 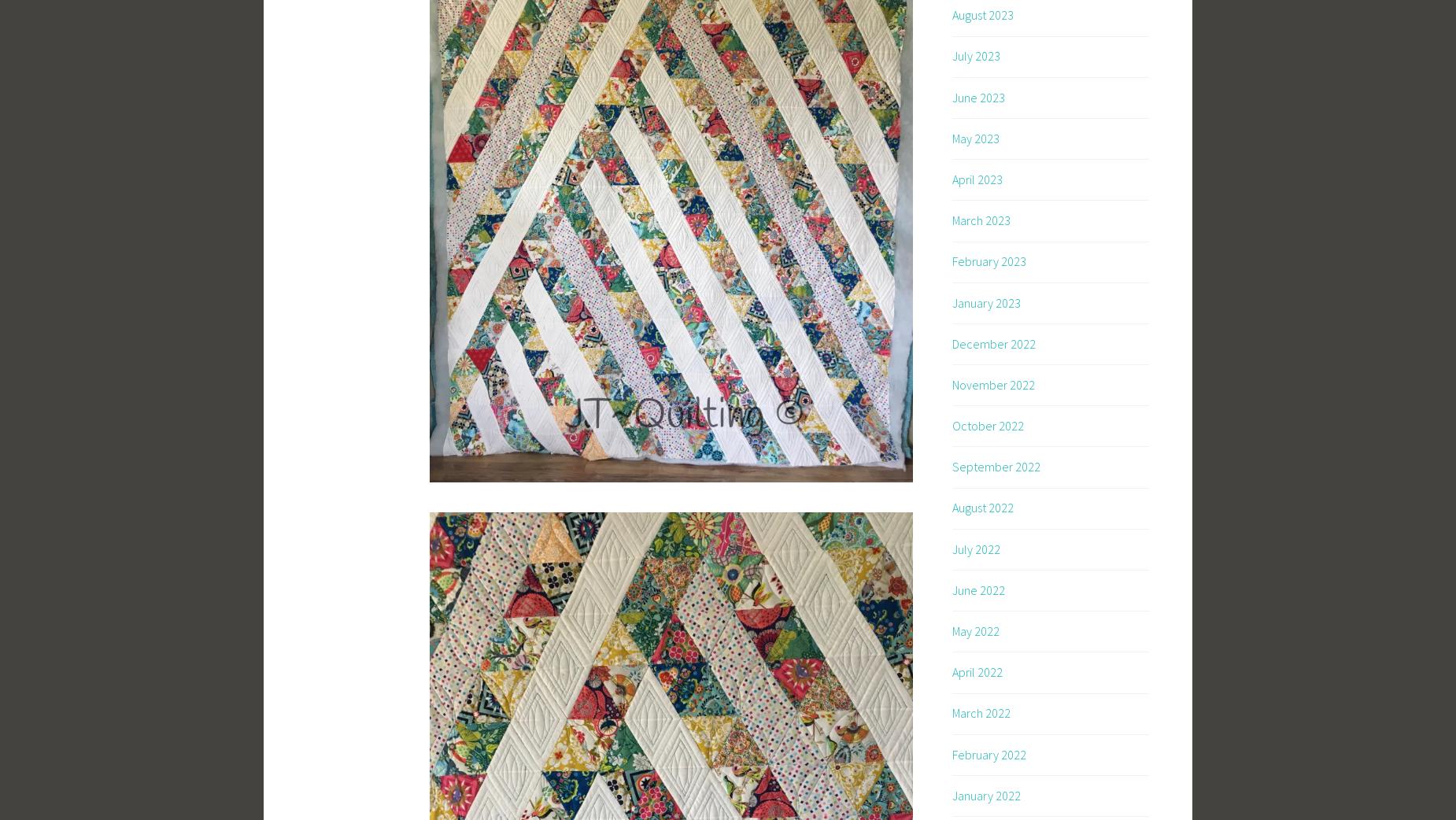 I want to click on 'May 2022', so click(x=975, y=631).